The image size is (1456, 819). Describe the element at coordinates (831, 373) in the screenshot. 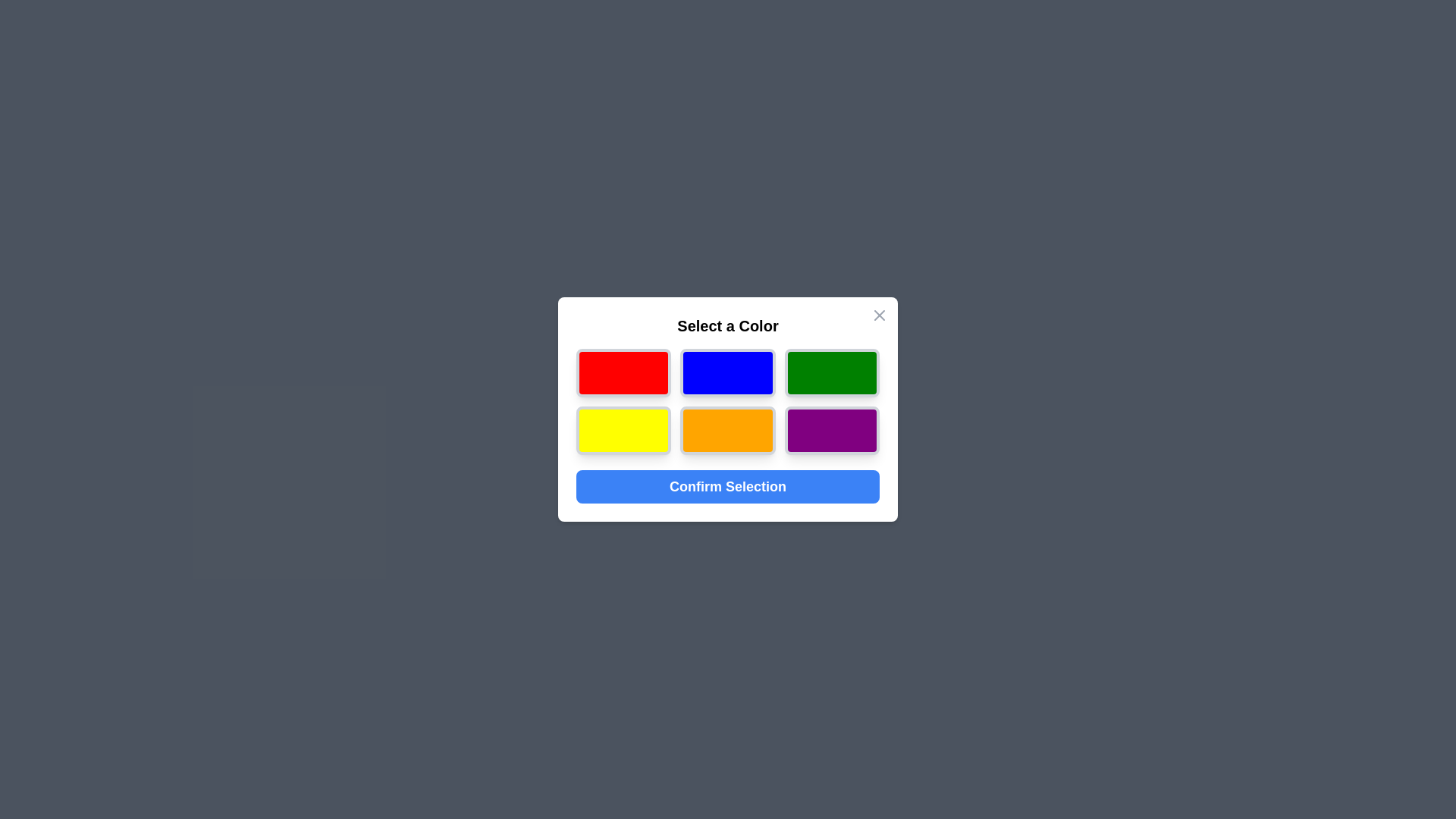

I see `the color green from the palette` at that location.